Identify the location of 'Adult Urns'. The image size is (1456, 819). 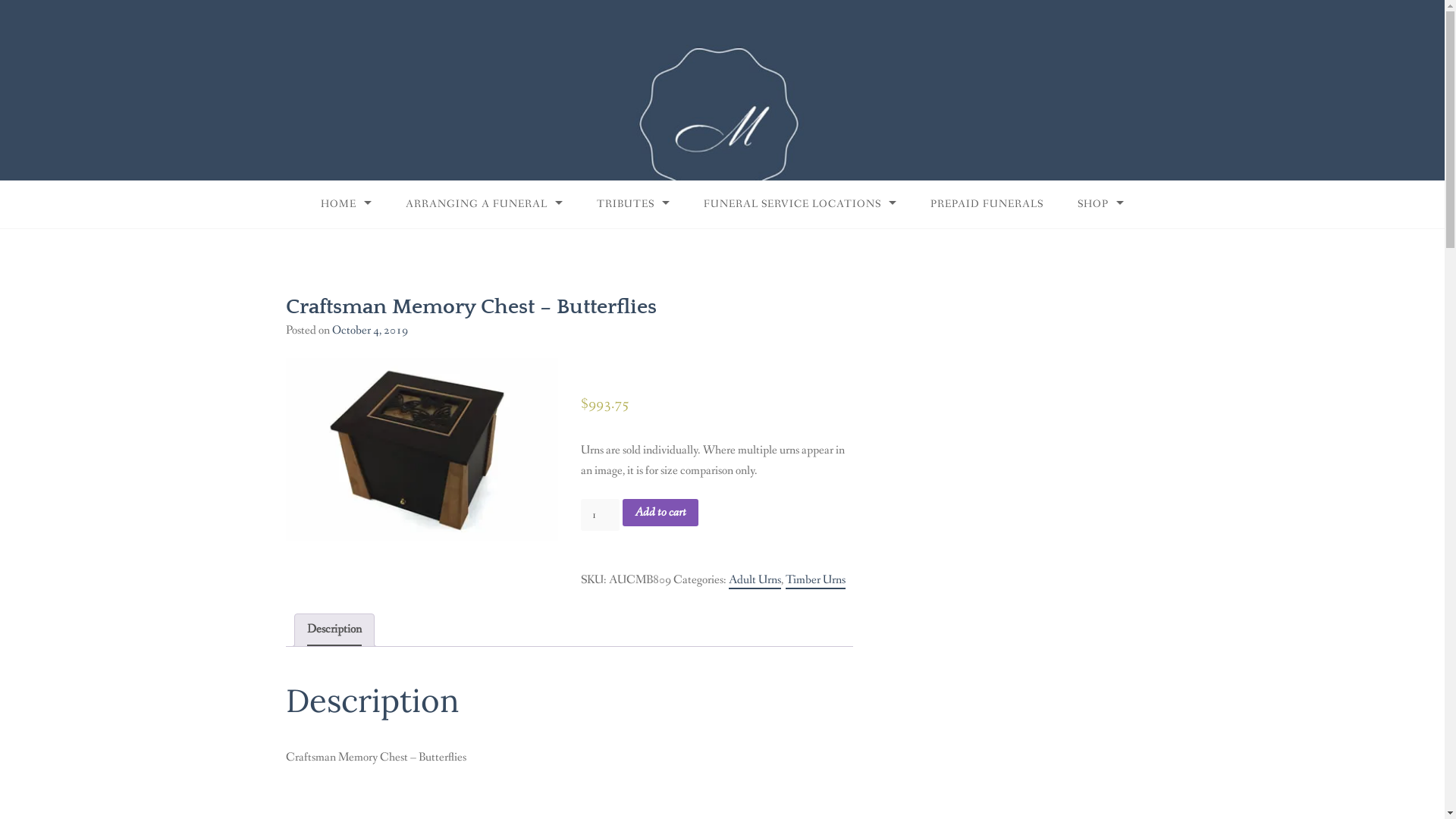
(755, 580).